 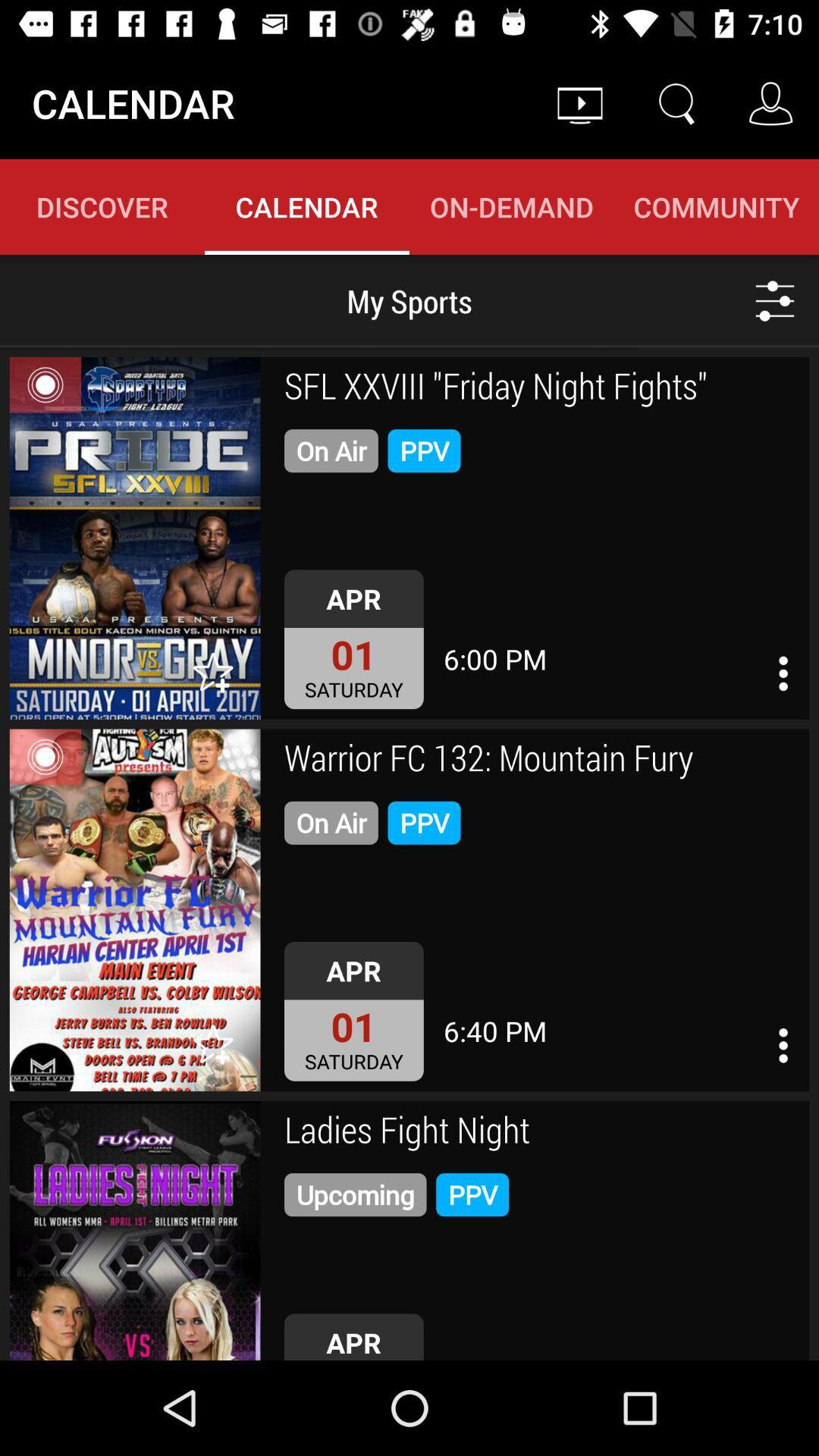 I want to click on item to the right of the my sports item, so click(x=775, y=300).